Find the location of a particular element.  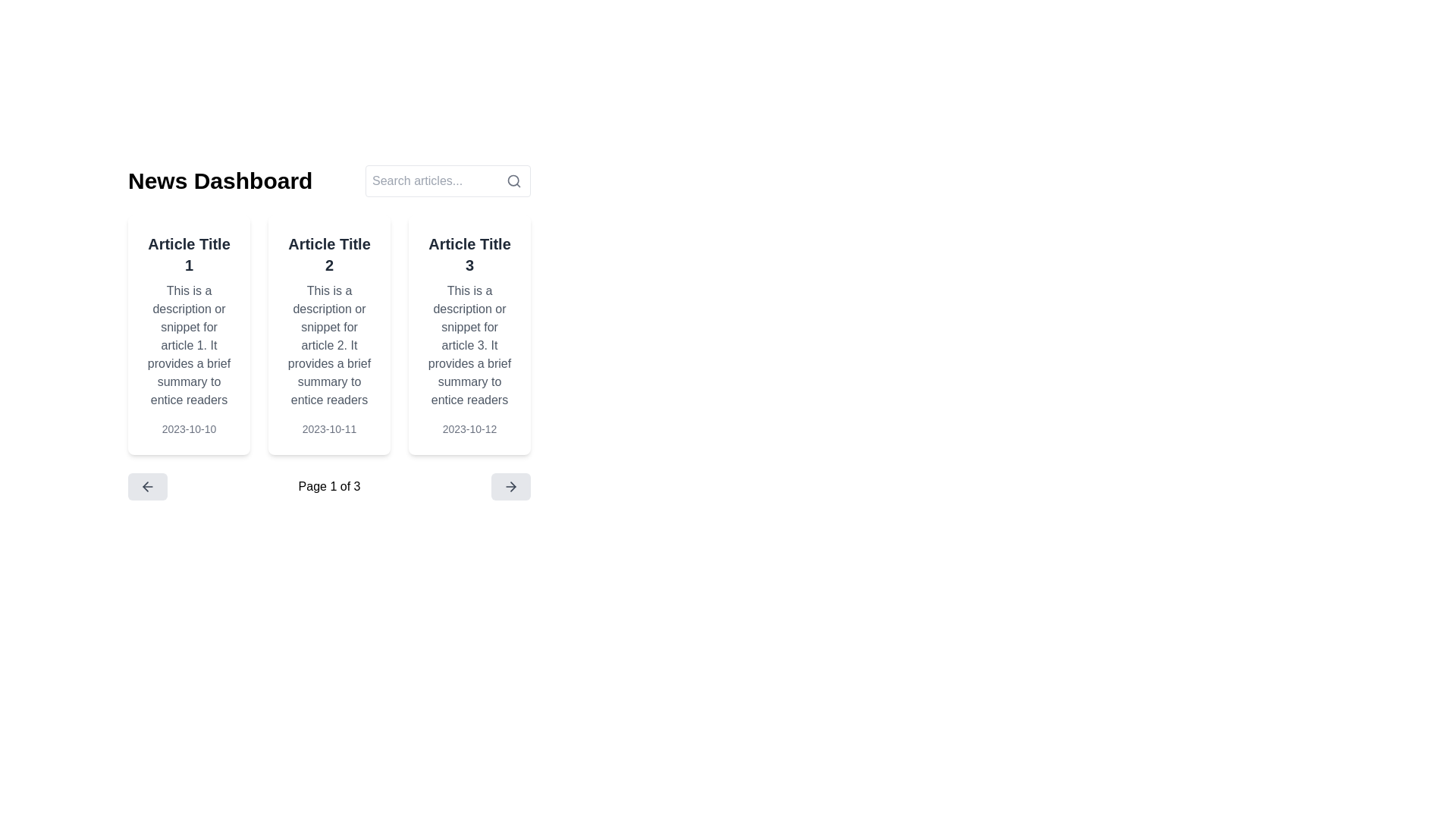

the third article summary card located in the far-right column of the three-column grid layout is located at coordinates (469, 334).